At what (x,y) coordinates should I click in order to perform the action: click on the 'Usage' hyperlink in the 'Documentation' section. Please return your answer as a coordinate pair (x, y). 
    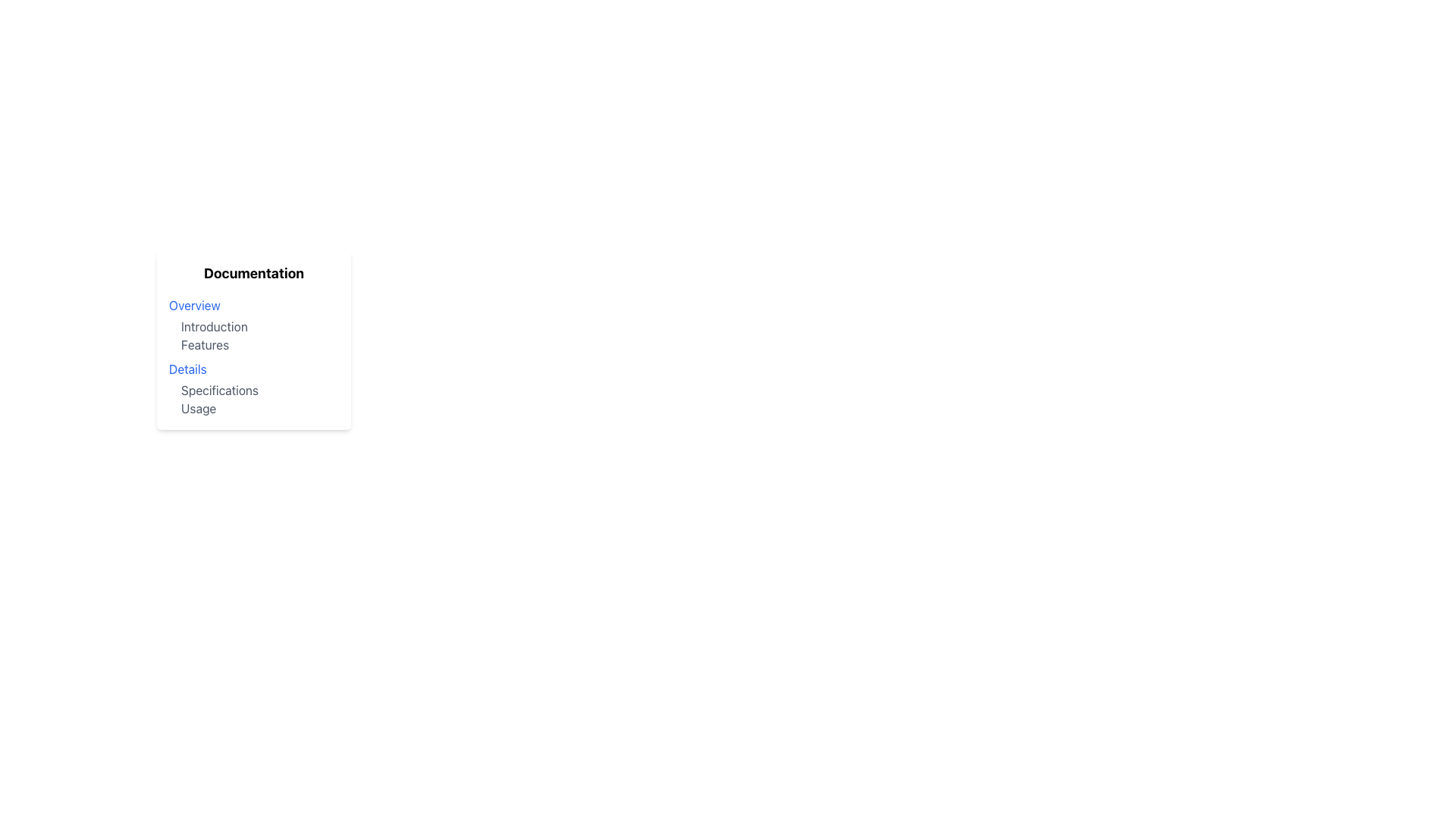
    Looking at the image, I should click on (198, 408).